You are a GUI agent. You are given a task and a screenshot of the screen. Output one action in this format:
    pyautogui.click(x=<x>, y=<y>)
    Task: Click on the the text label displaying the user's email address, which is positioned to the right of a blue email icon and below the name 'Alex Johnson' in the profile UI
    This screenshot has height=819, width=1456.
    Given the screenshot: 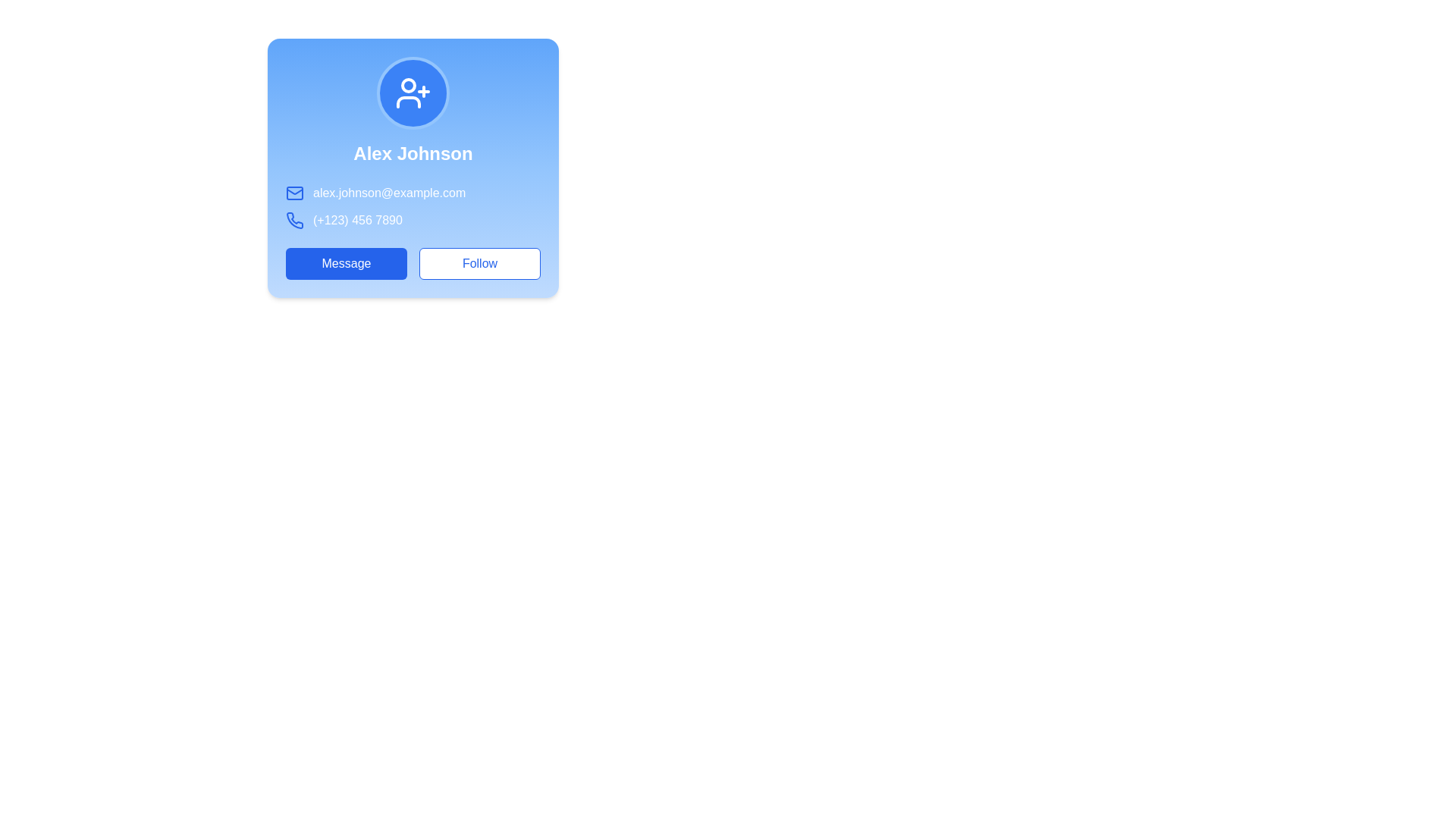 What is the action you would take?
    pyautogui.click(x=413, y=192)
    